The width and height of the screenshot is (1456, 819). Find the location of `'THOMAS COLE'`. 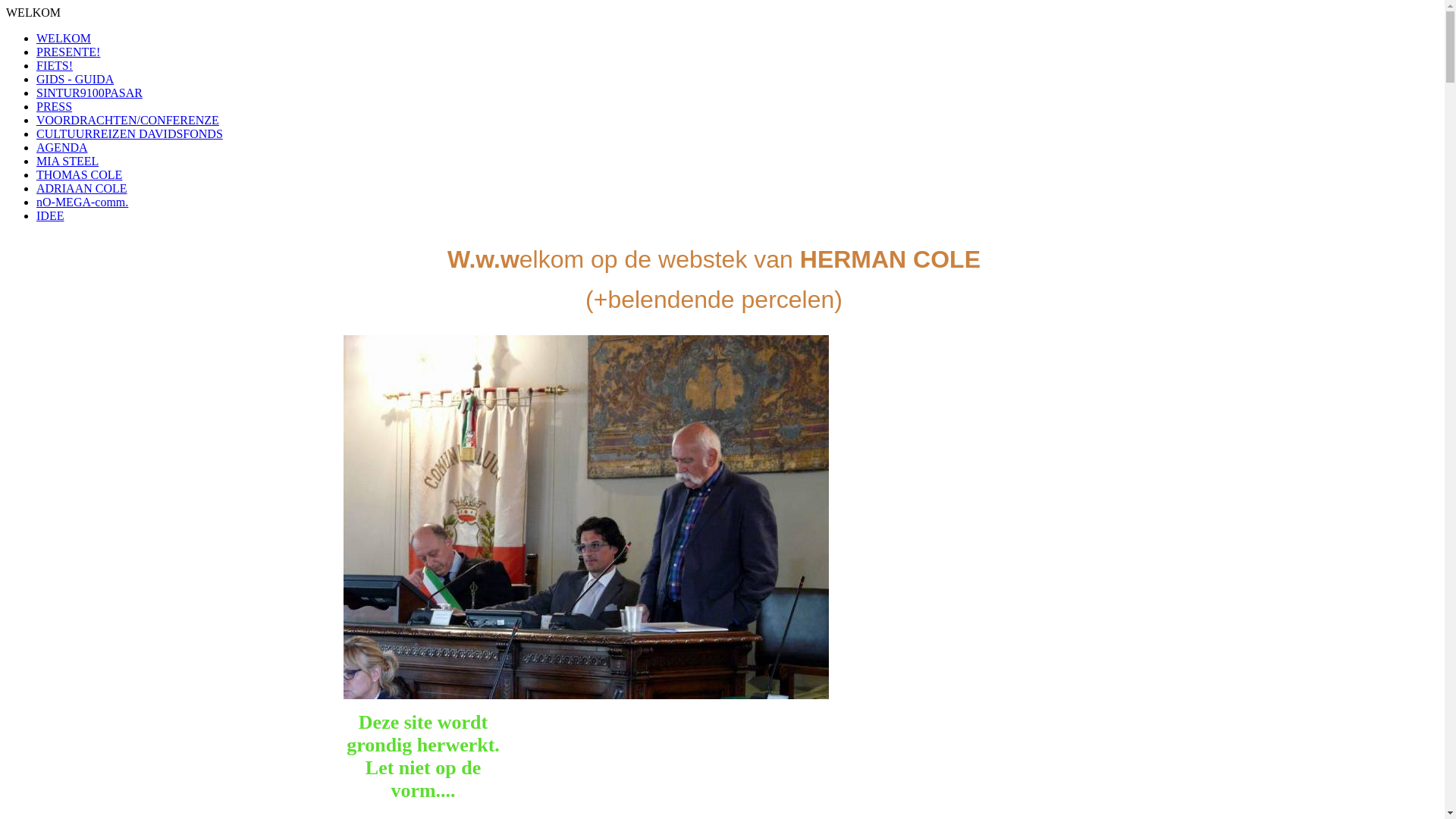

'THOMAS COLE' is located at coordinates (78, 174).